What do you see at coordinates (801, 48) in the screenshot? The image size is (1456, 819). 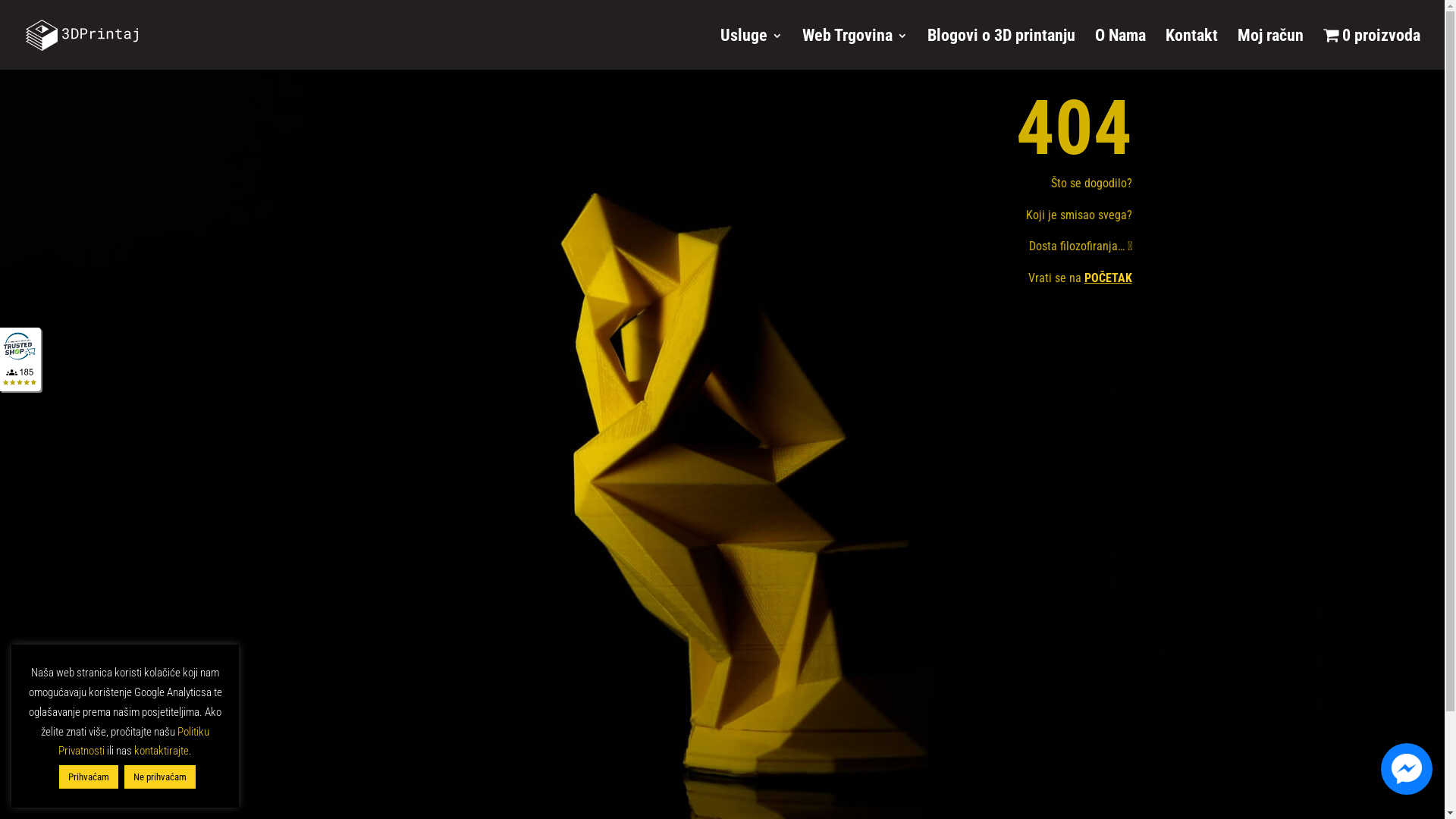 I see `'Web Trgovina'` at bounding box center [801, 48].